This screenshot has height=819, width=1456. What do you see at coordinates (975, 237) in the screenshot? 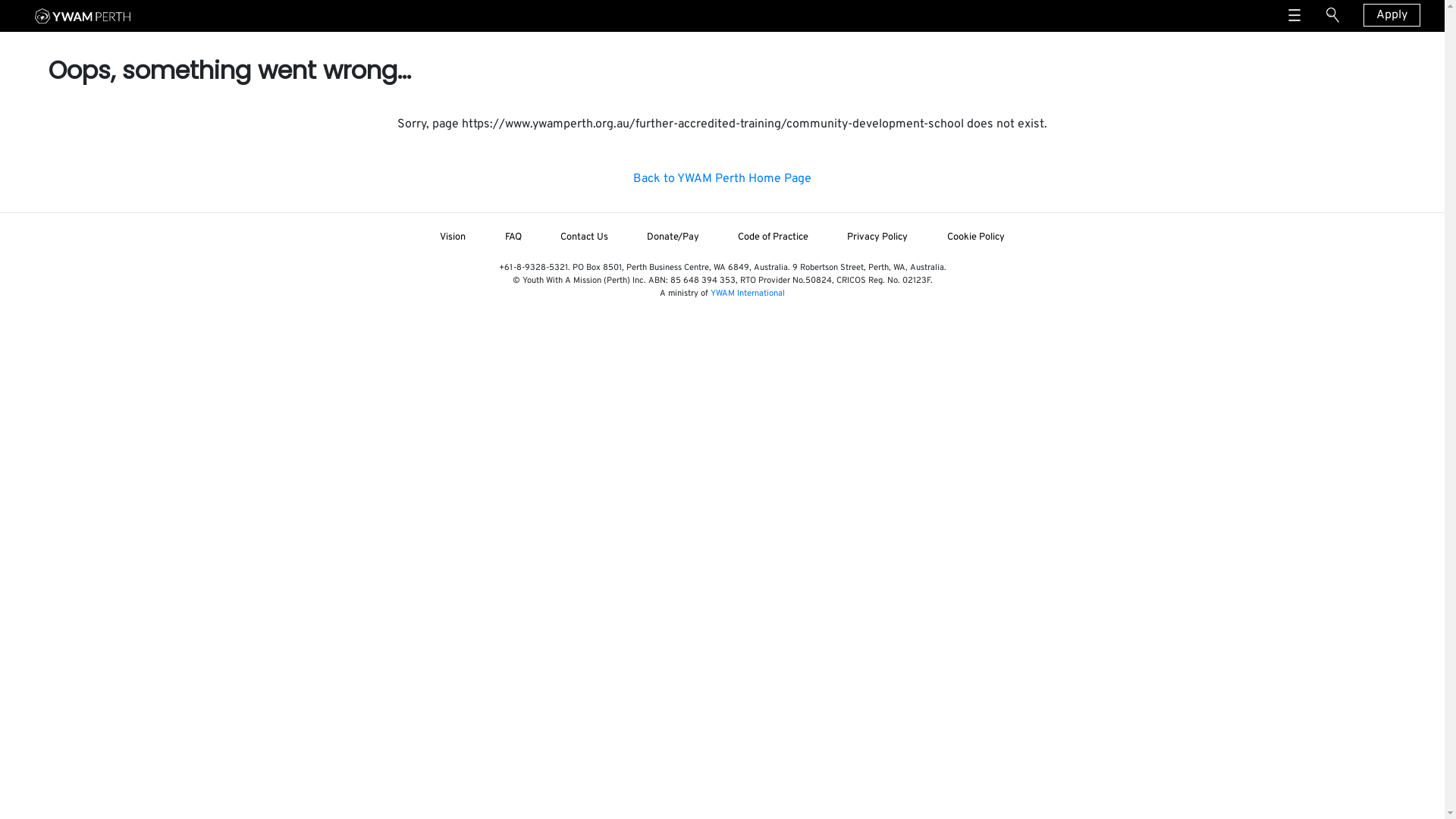
I see `'Cookie Policy'` at bounding box center [975, 237].